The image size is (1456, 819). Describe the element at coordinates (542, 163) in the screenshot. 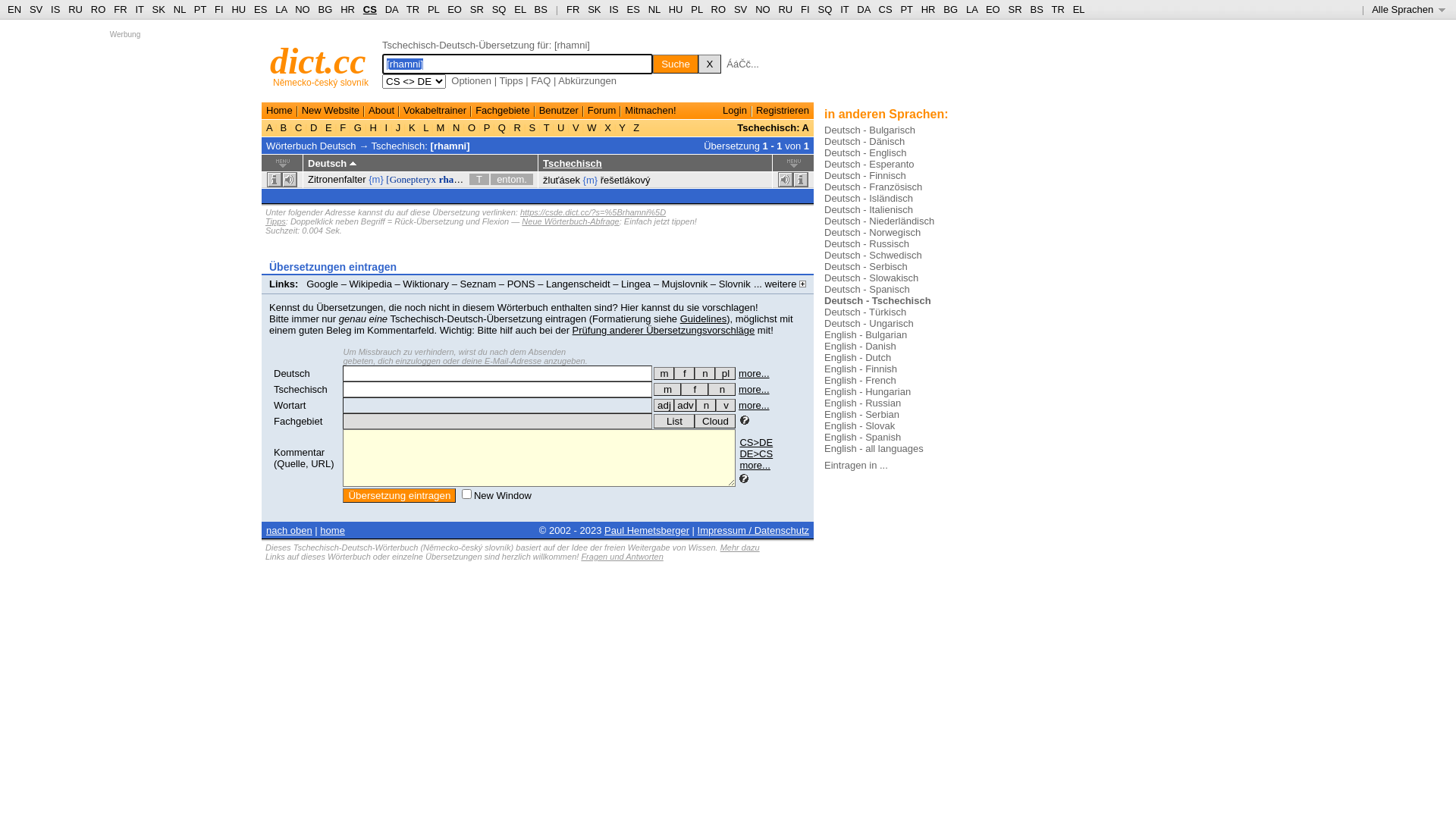

I see `'Tschechisch'` at that location.